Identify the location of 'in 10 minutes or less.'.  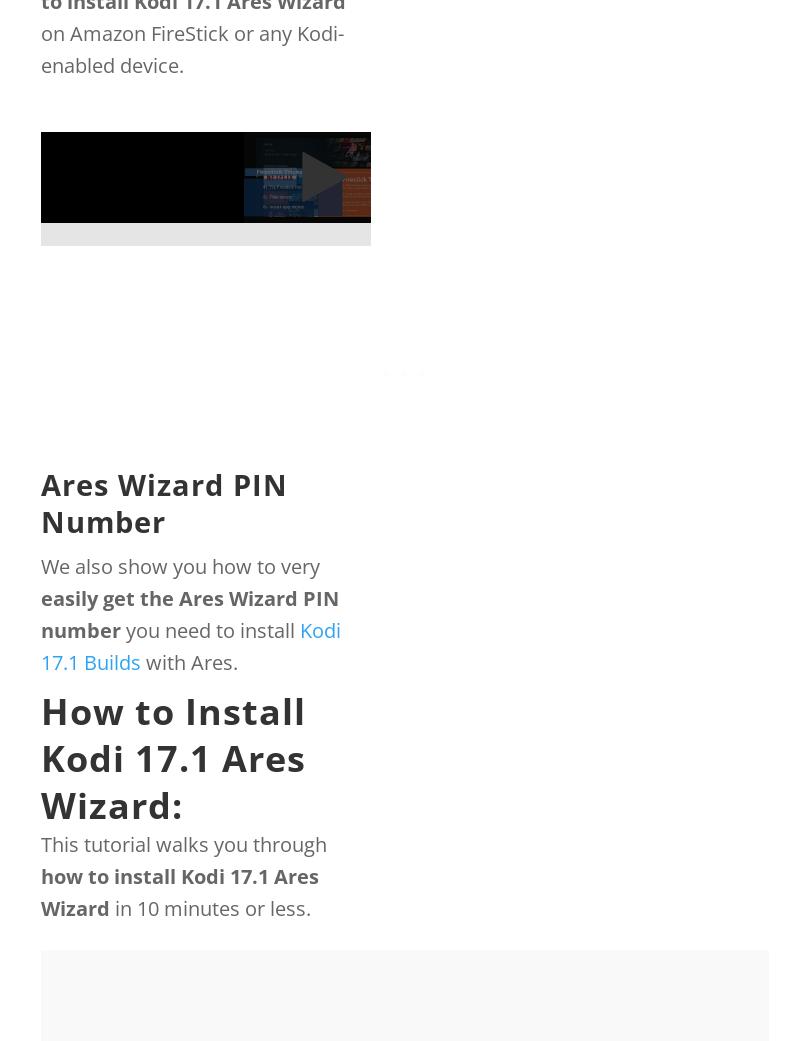
(209, 907).